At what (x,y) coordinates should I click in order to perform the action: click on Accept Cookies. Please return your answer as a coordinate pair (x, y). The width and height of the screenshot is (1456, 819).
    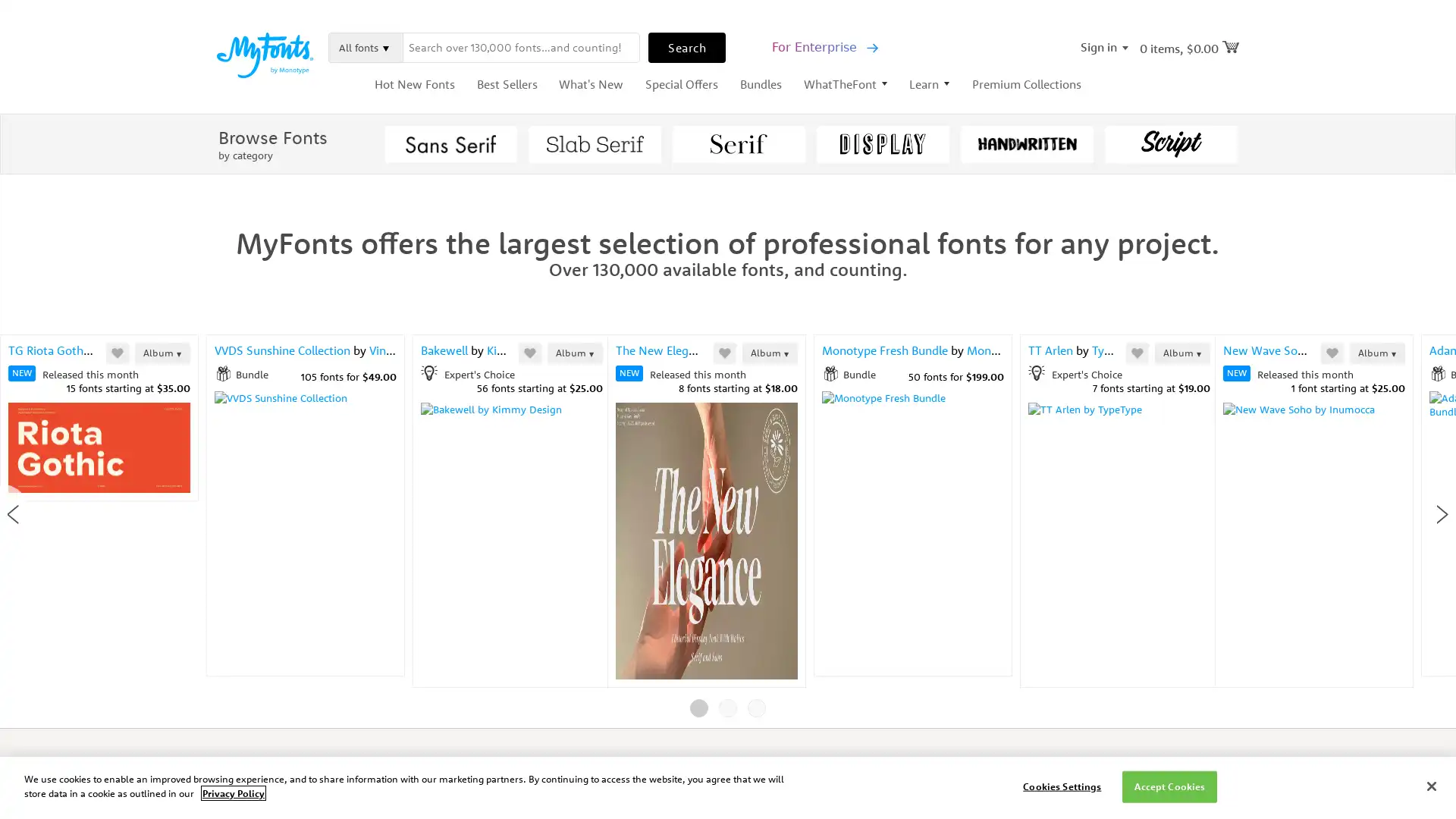
    Looking at the image, I should click on (1169, 786).